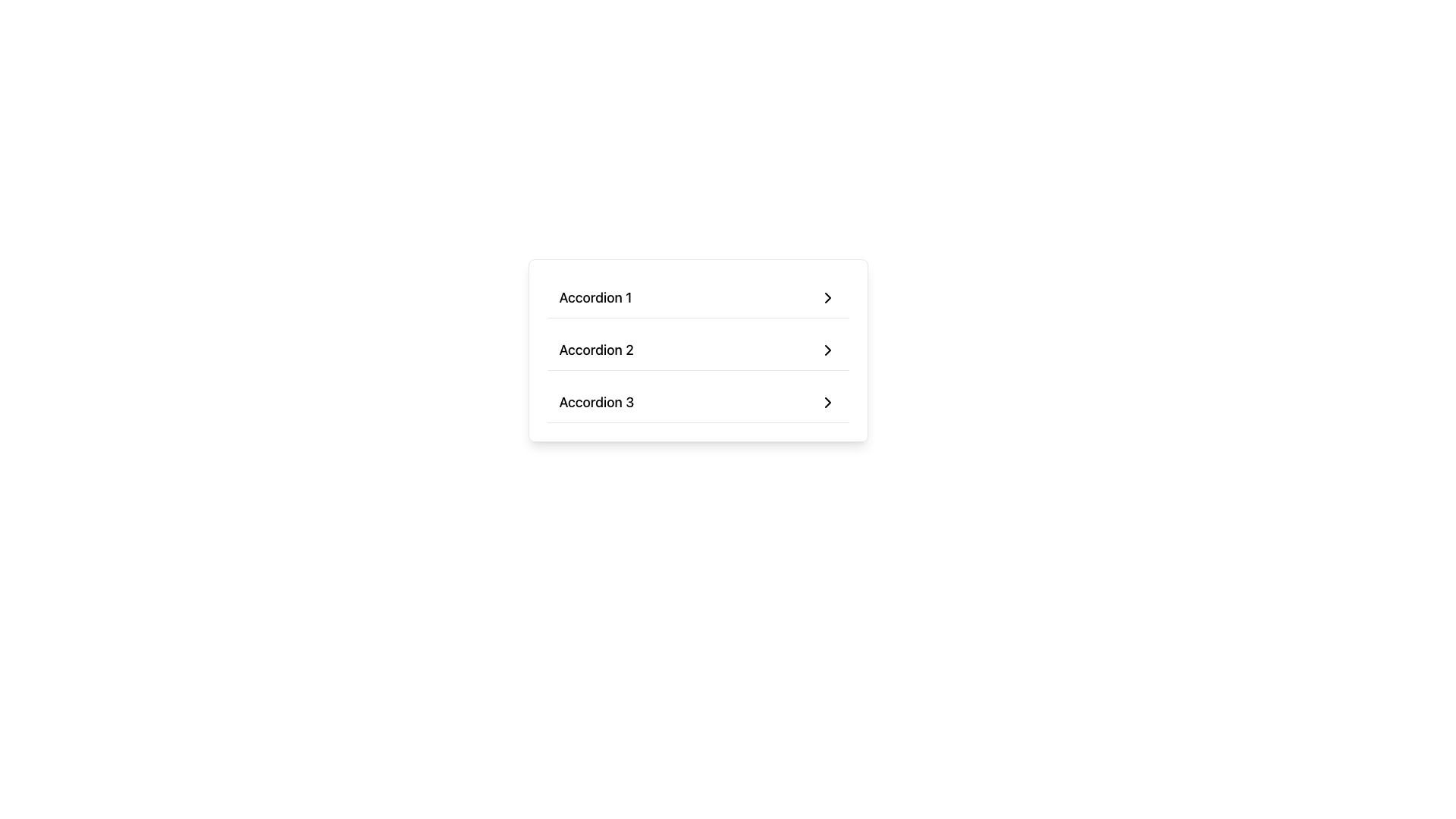  What do you see at coordinates (827, 402) in the screenshot?
I see `the right-facing chevron icon located on the far right of the 'Accordion 3' interactive item for additional visual feedback` at bounding box center [827, 402].